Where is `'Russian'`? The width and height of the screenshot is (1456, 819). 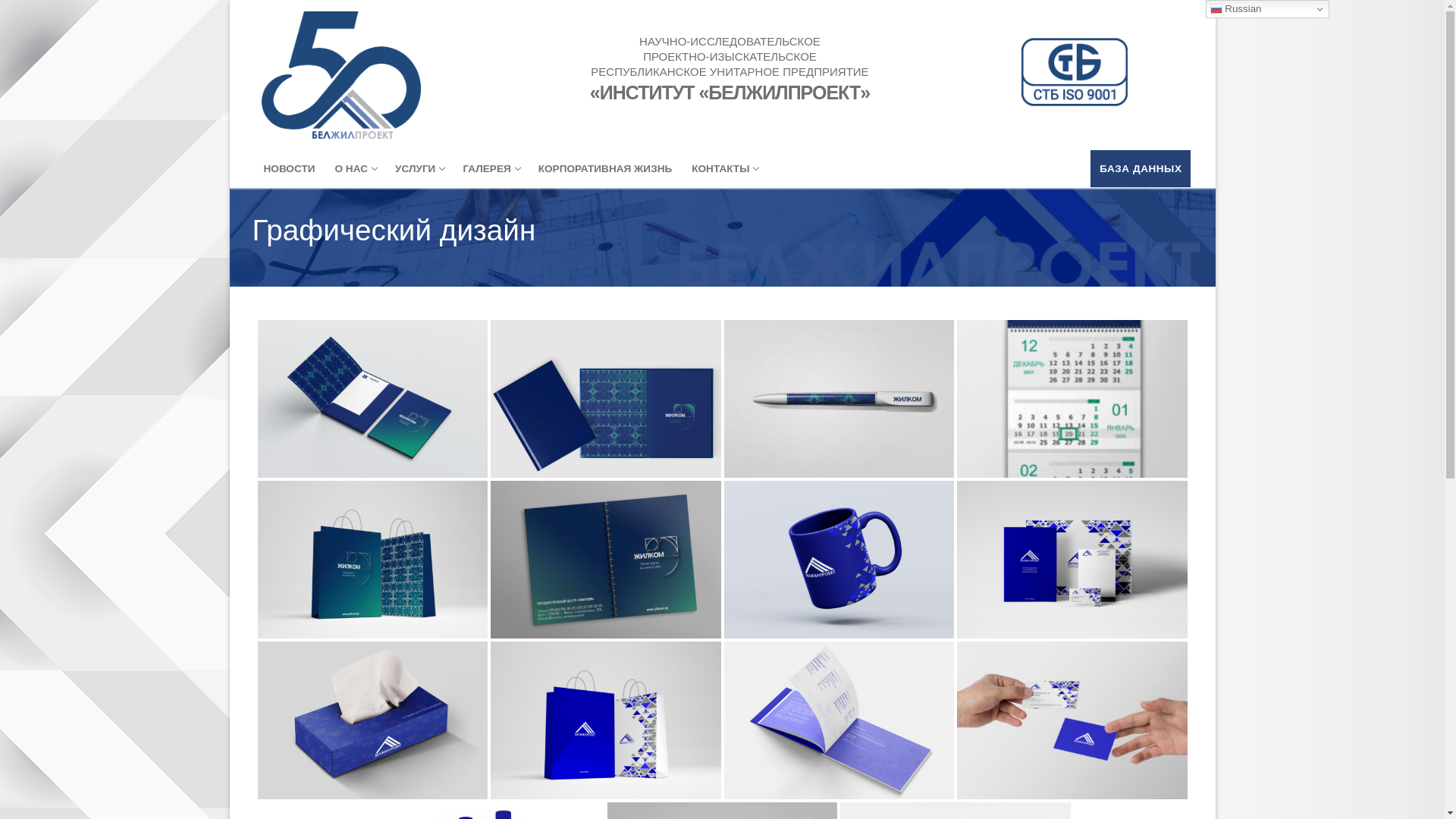 'Russian' is located at coordinates (1267, 8).